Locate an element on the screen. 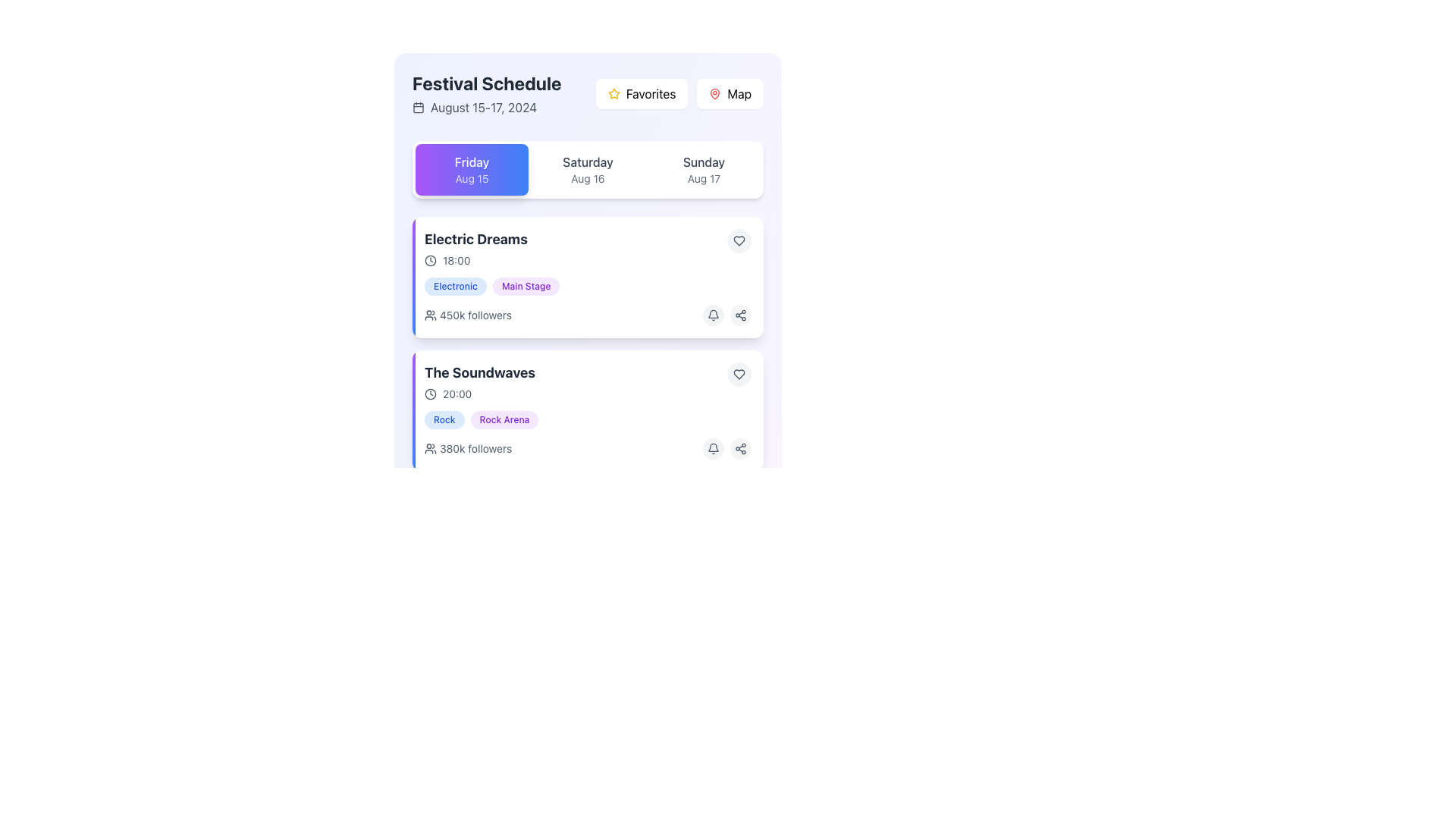 Image resolution: width=1456 pixels, height=819 pixels. the icon inside the 'Map' button located at the top-right corner of the interface is located at coordinates (714, 93).